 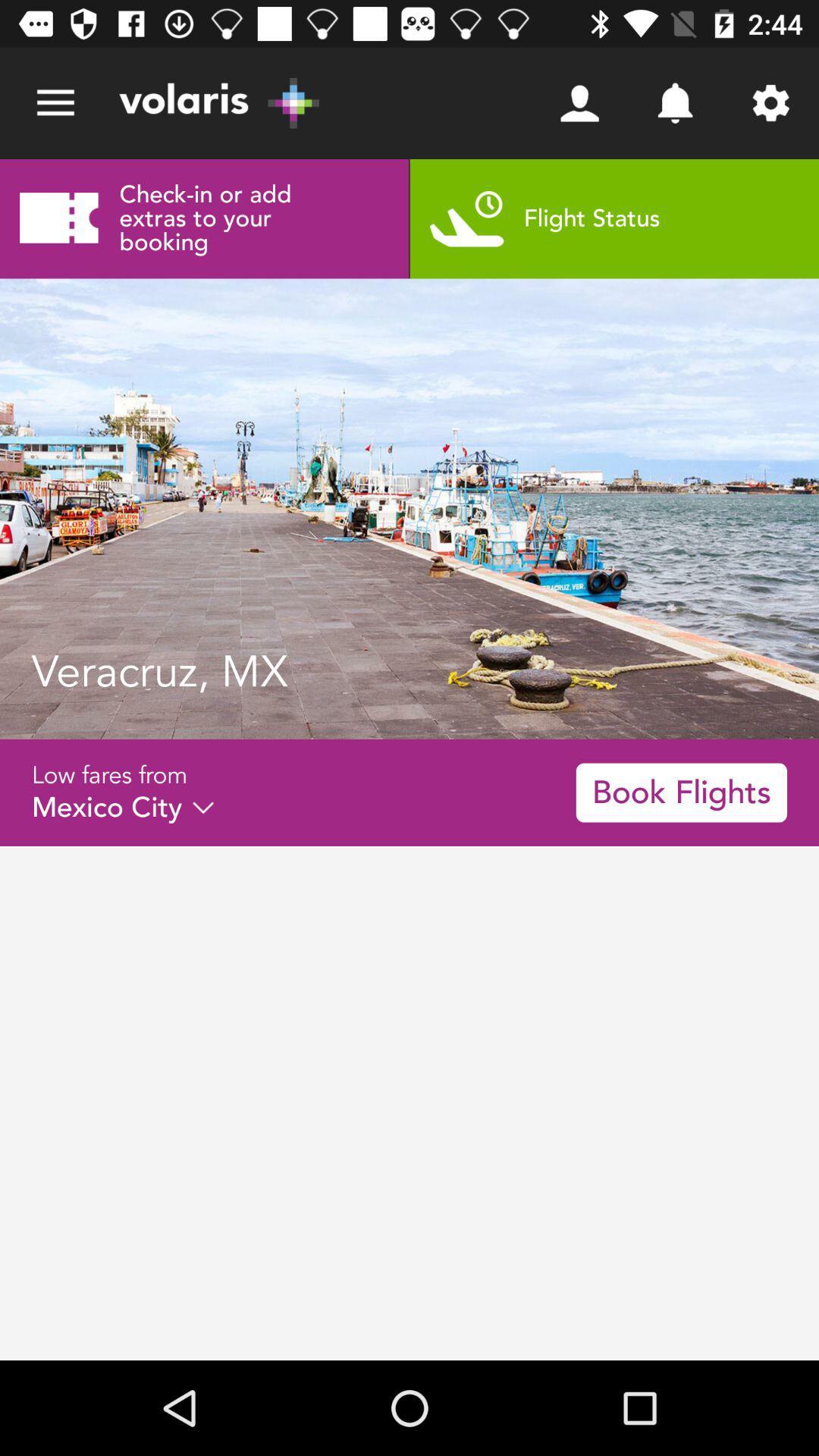 What do you see at coordinates (219, 102) in the screenshot?
I see `text volaris which is after the menu symbol` at bounding box center [219, 102].